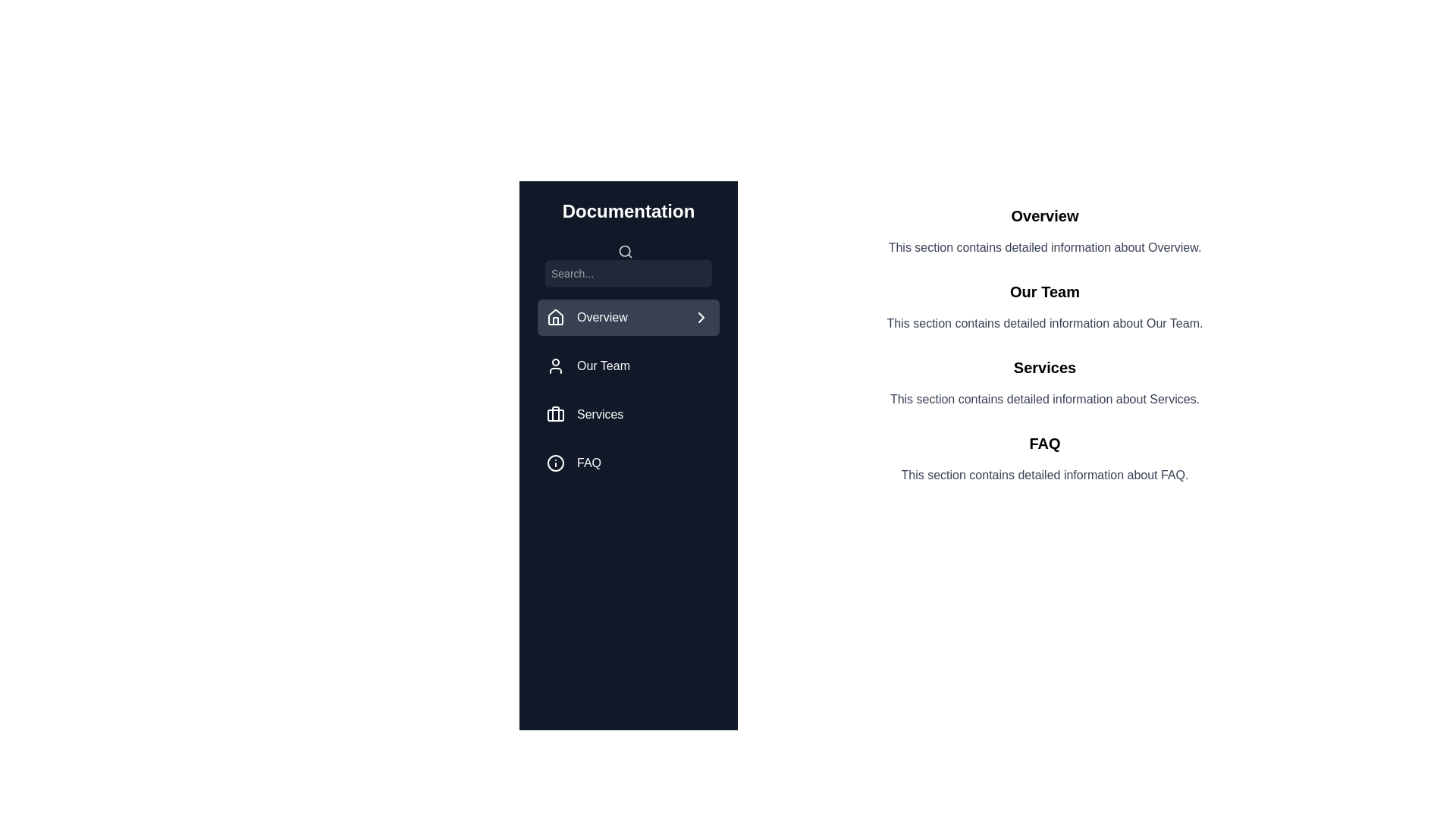  Describe the element at coordinates (629, 362) in the screenshot. I see `the second item in the sidebar navigation menu` at that location.